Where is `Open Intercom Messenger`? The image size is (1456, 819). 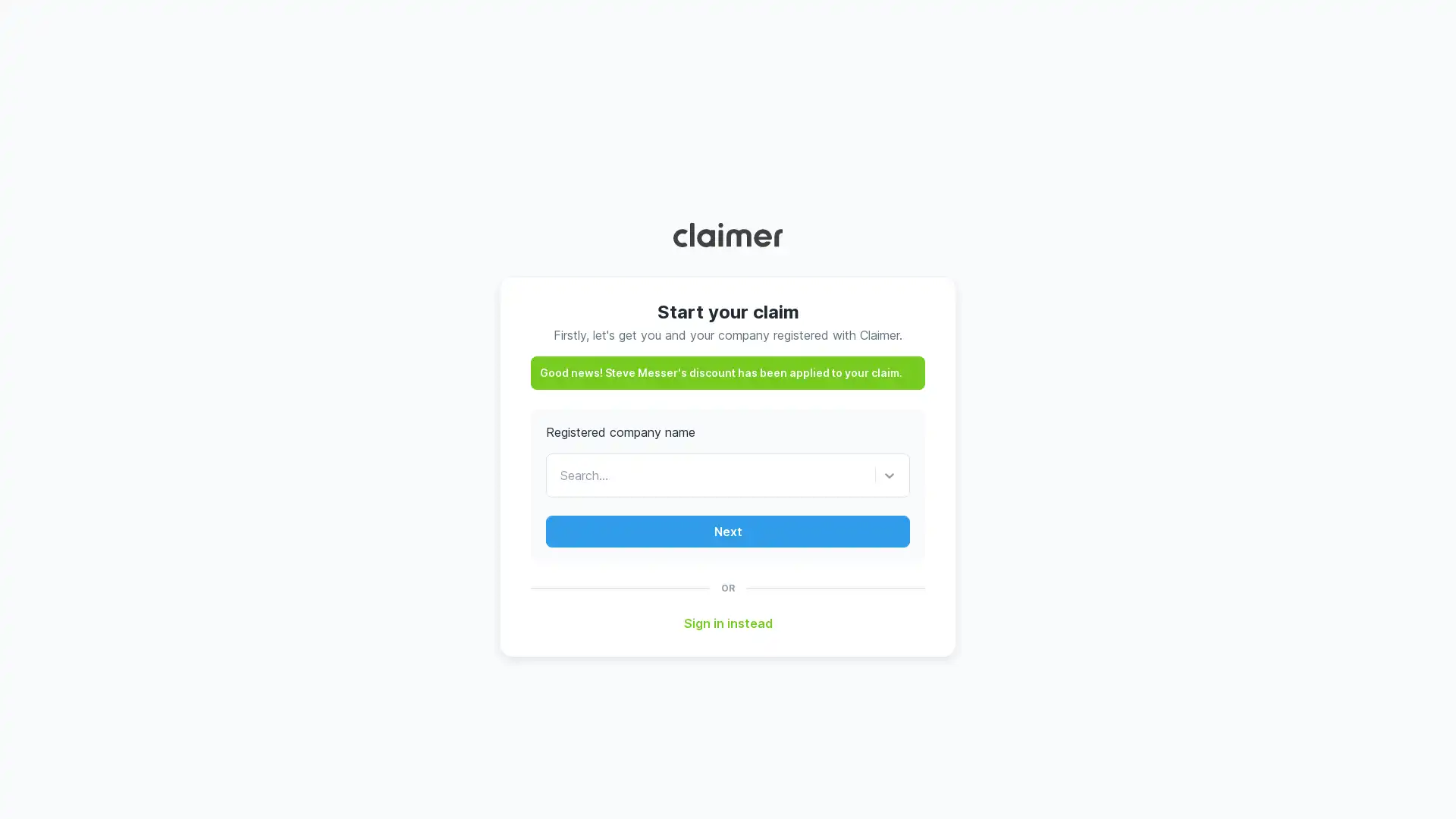 Open Intercom Messenger is located at coordinates (1417, 780).